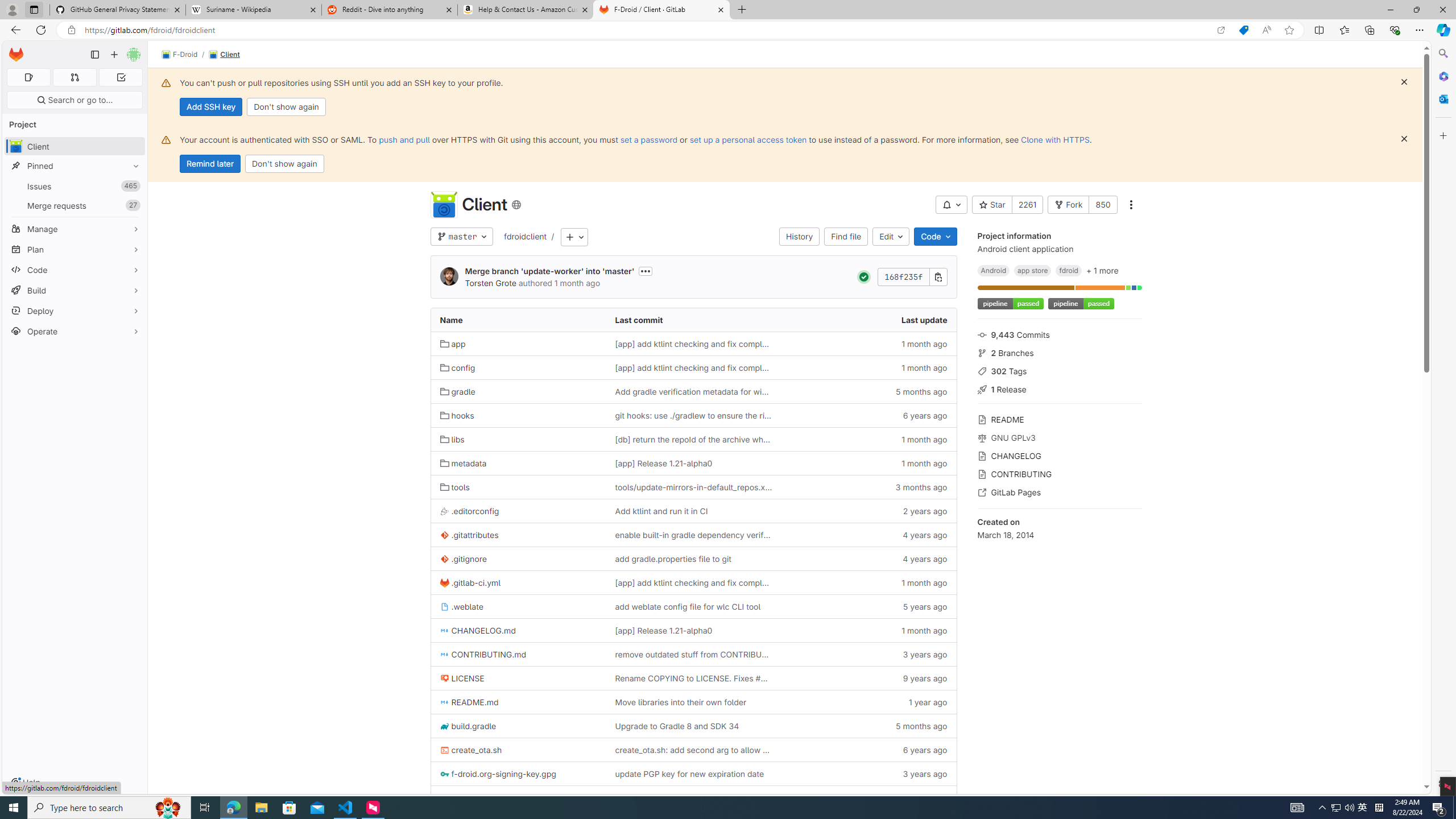 This screenshot has height=819, width=1456. Describe the element at coordinates (1059, 491) in the screenshot. I see `'GitLab Pages'` at that location.